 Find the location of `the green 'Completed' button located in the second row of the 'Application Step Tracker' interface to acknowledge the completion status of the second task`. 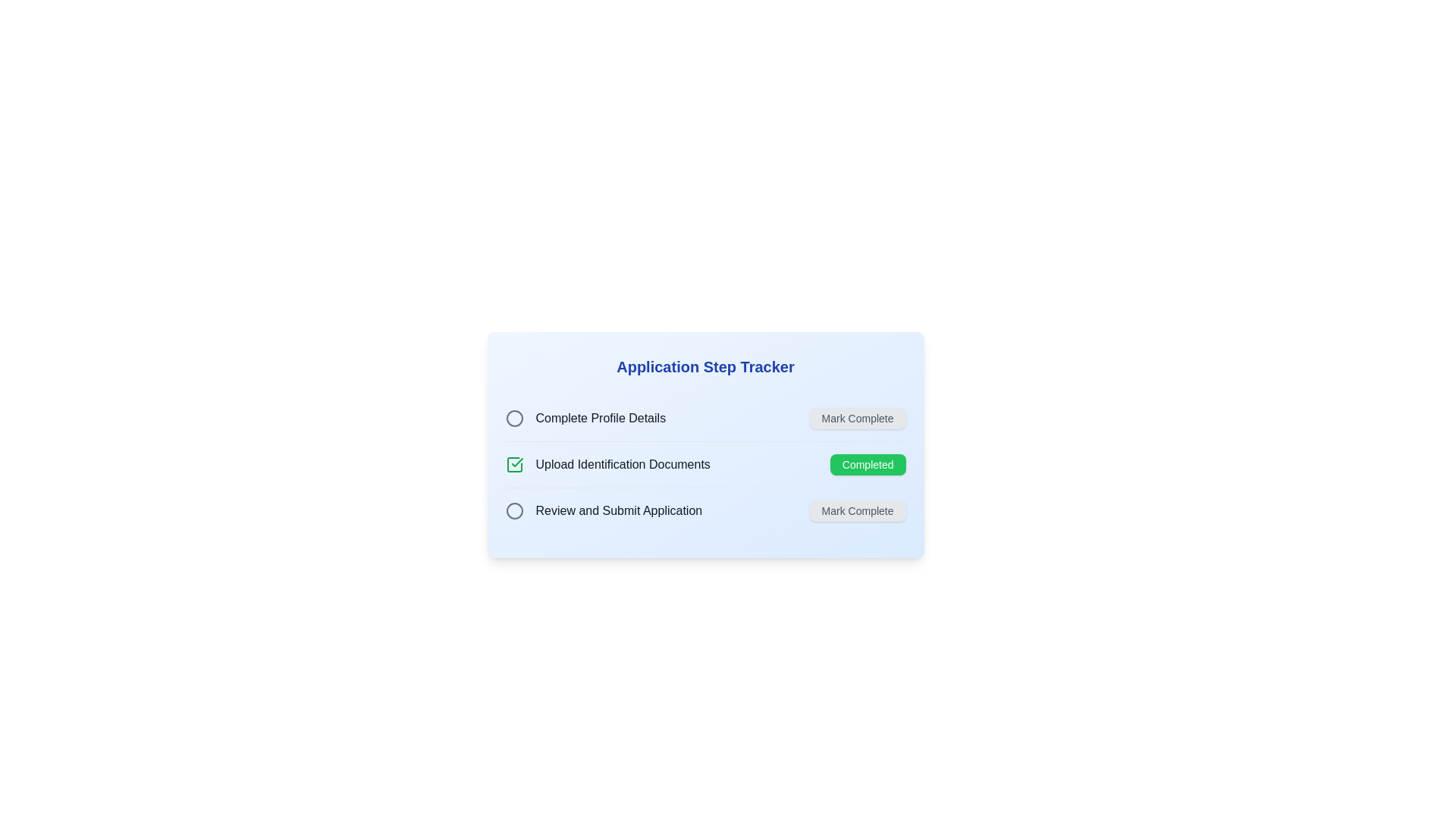

the green 'Completed' button located in the second row of the 'Application Step Tracker' interface to acknowledge the completion status of the second task is located at coordinates (868, 464).